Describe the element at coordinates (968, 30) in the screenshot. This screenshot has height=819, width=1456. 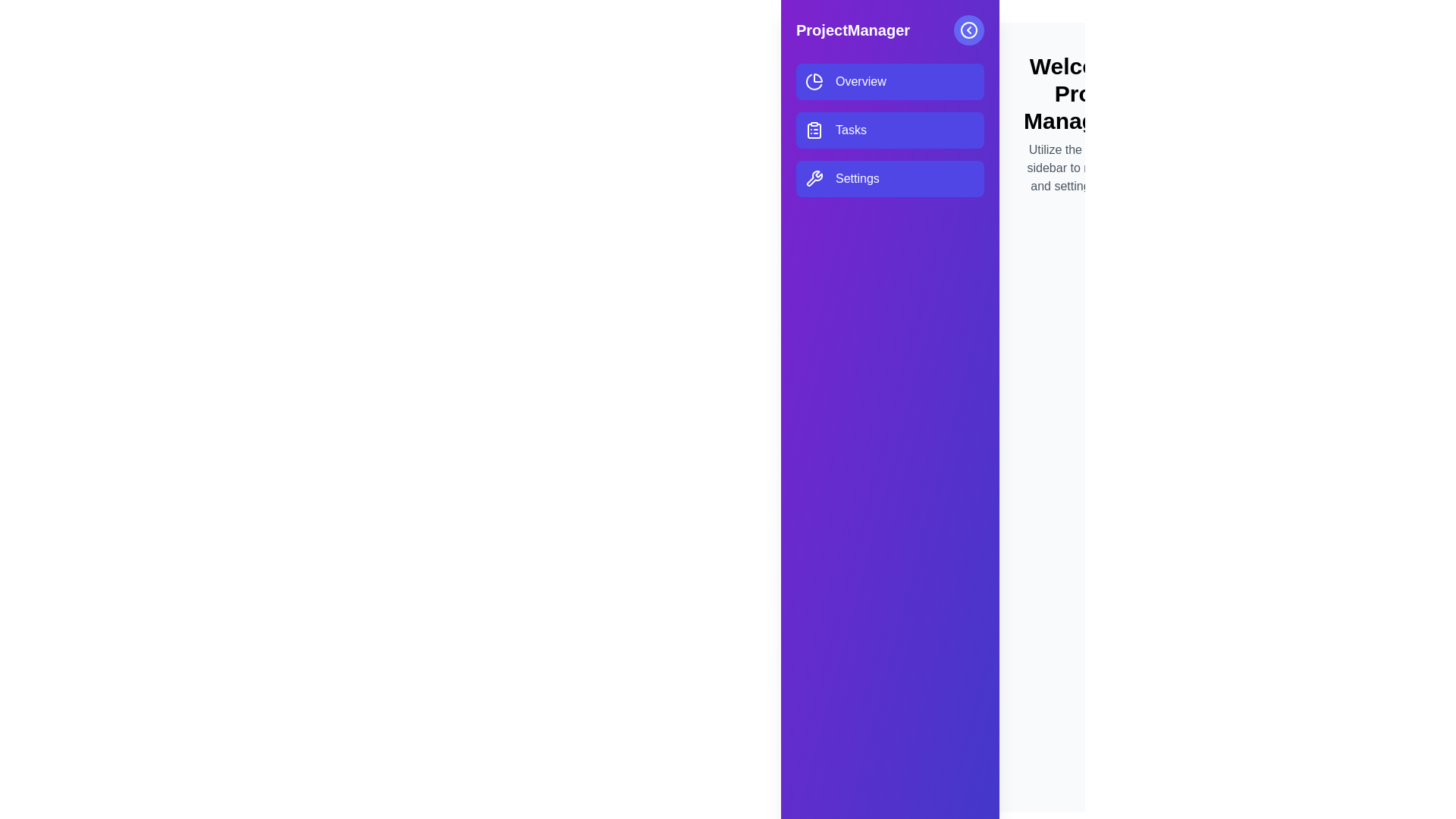
I see `the button with the circle icon to toggle the drawer visibility` at that location.